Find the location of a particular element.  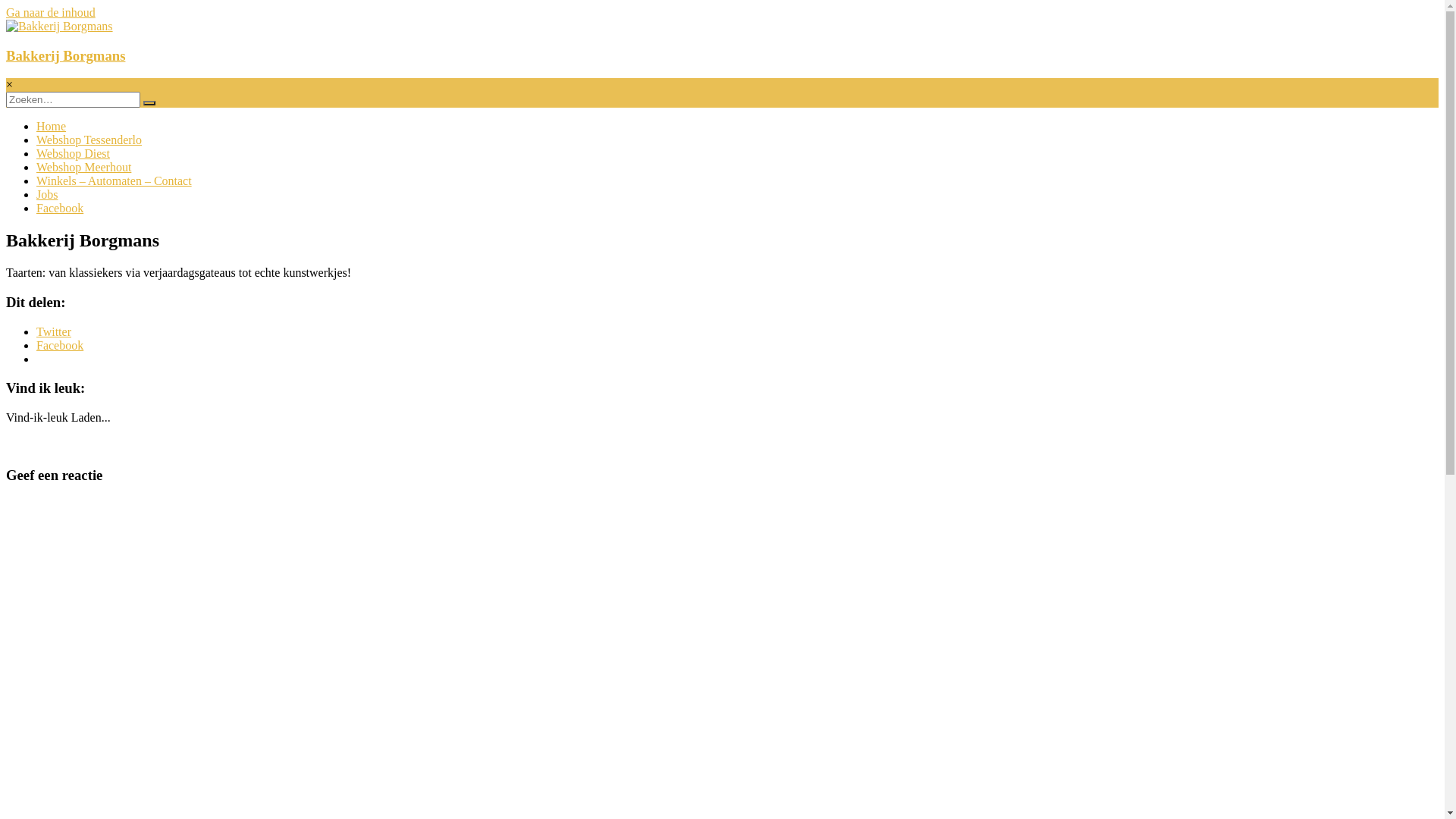

'Webshop Tessenderlo' is located at coordinates (88, 140).